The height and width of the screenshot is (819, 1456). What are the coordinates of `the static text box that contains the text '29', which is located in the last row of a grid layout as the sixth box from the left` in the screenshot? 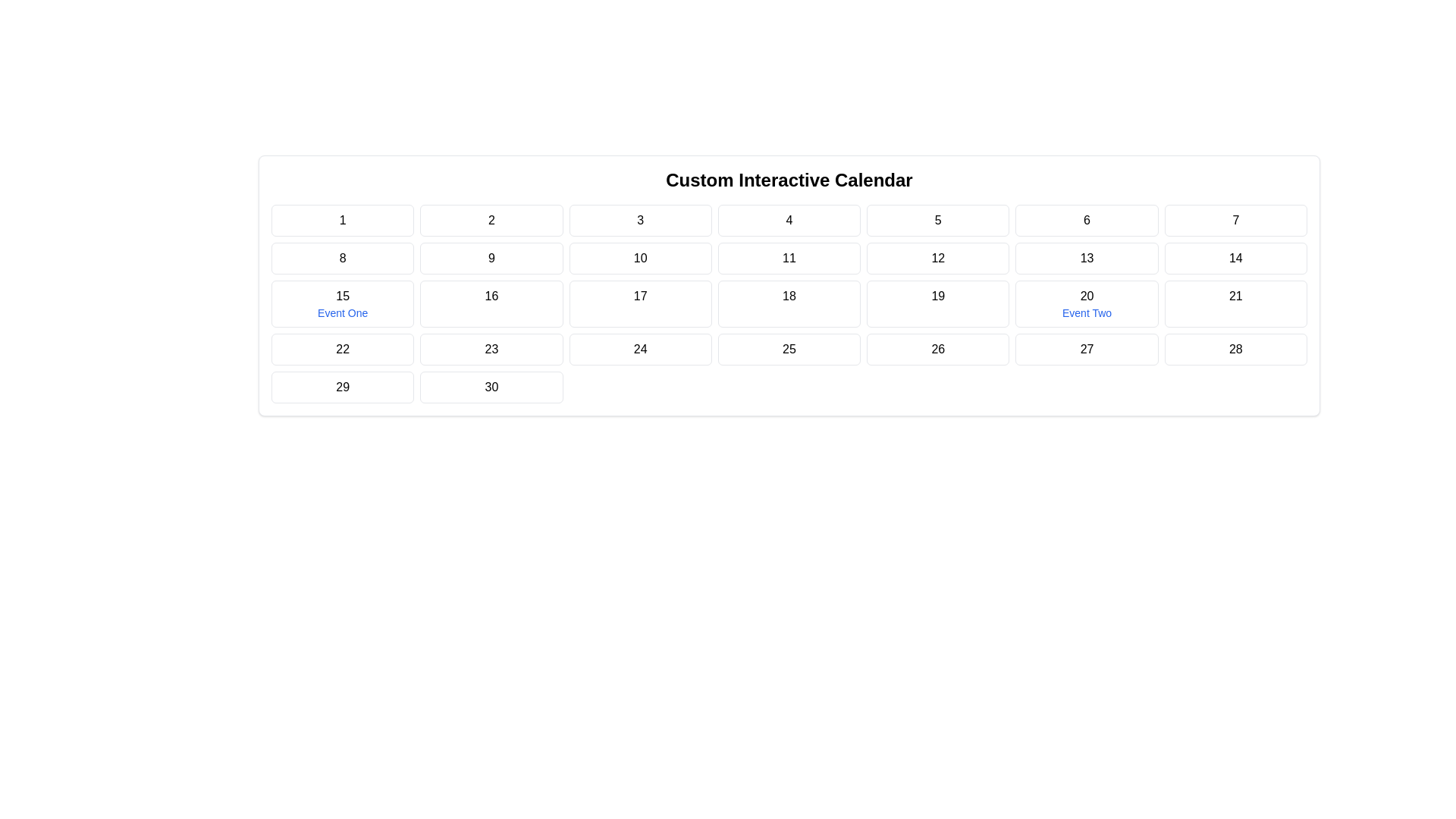 It's located at (342, 386).